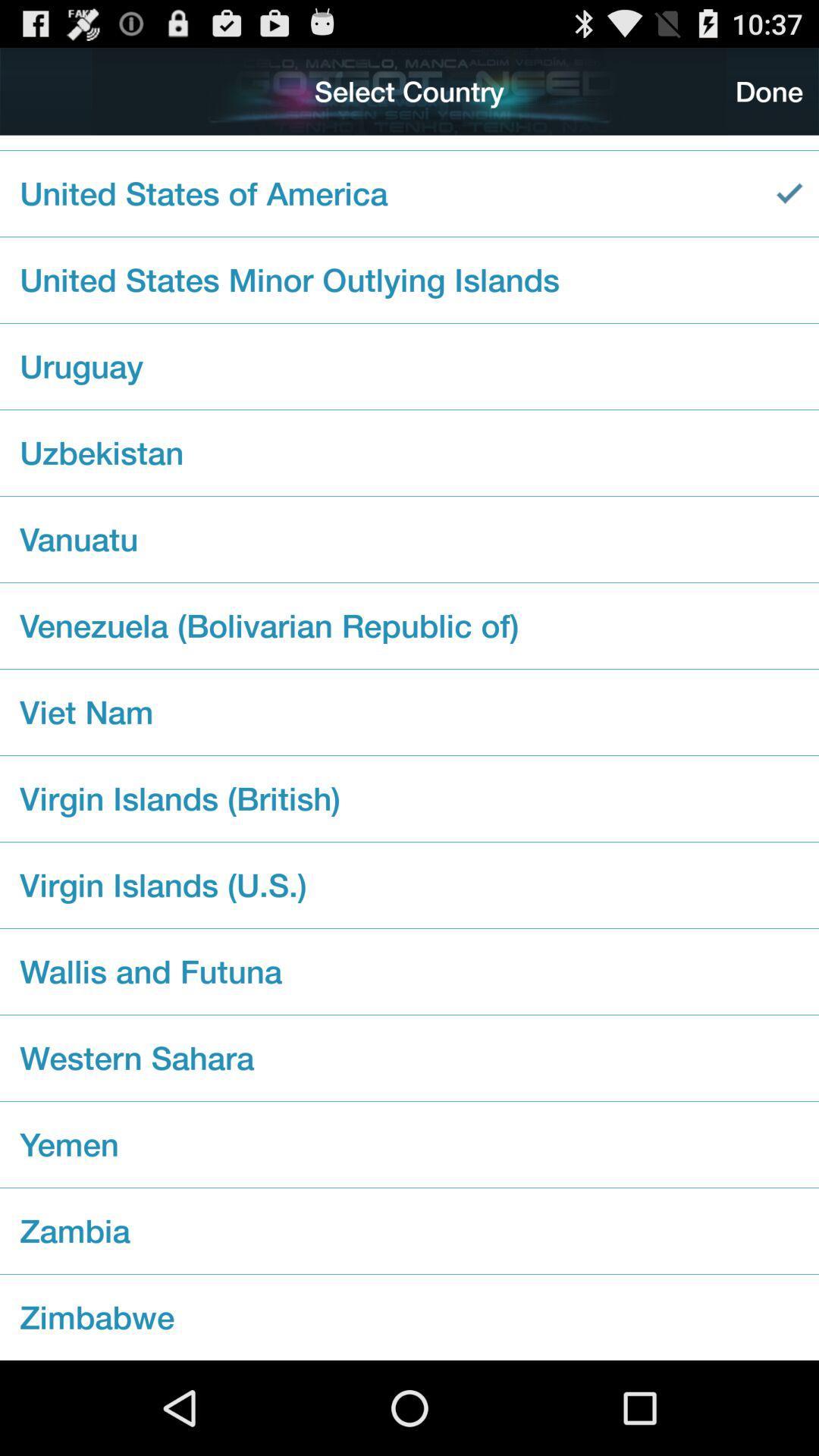 Image resolution: width=819 pixels, height=1456 pixels. What do you see at coordinates (409, 539) in the screenshot?
I see `the checkbox below the uzbekistan item` at bounding box center [409, 539].